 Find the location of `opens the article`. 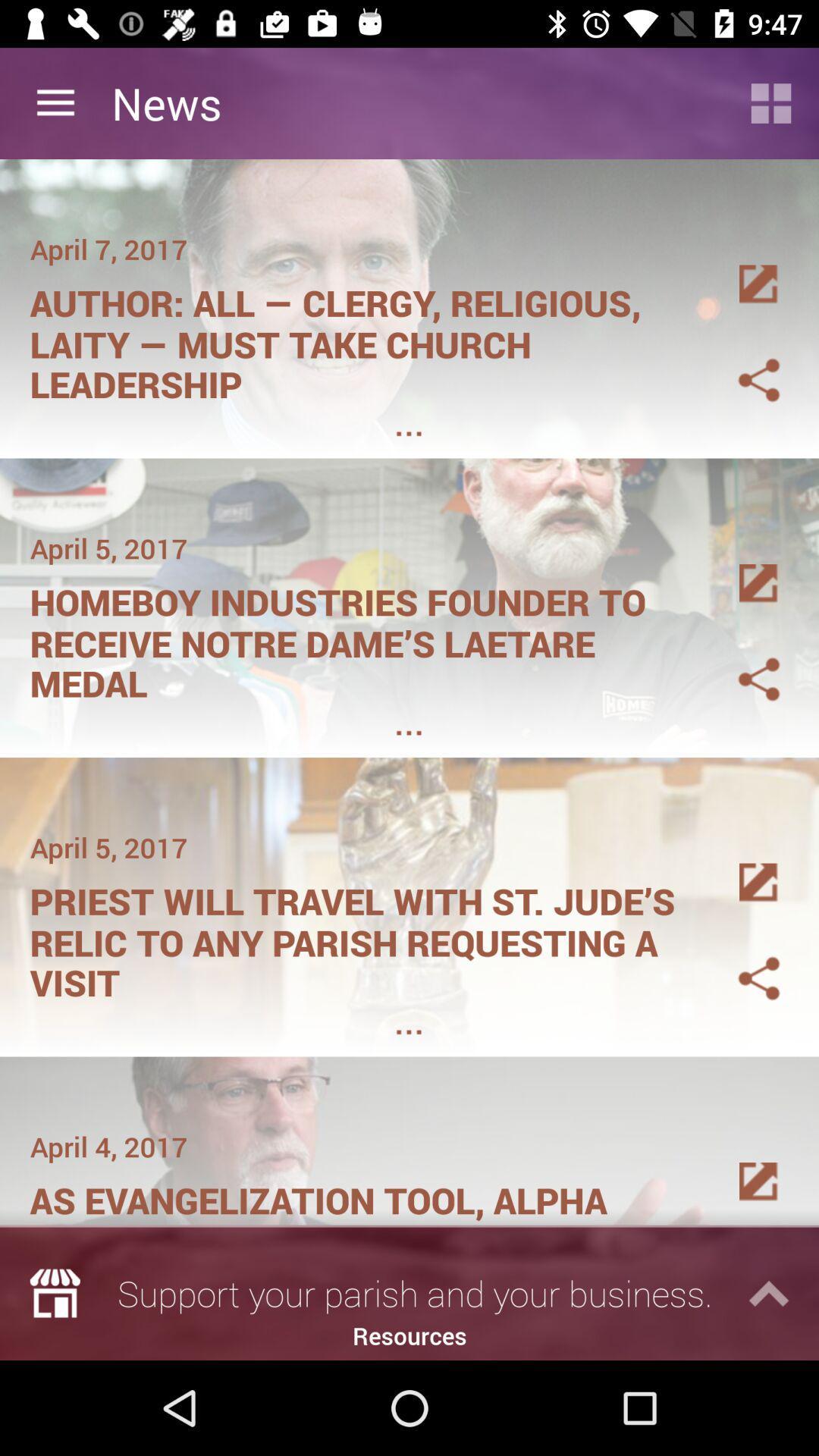

opens the article is located at coordinates (740, 266).